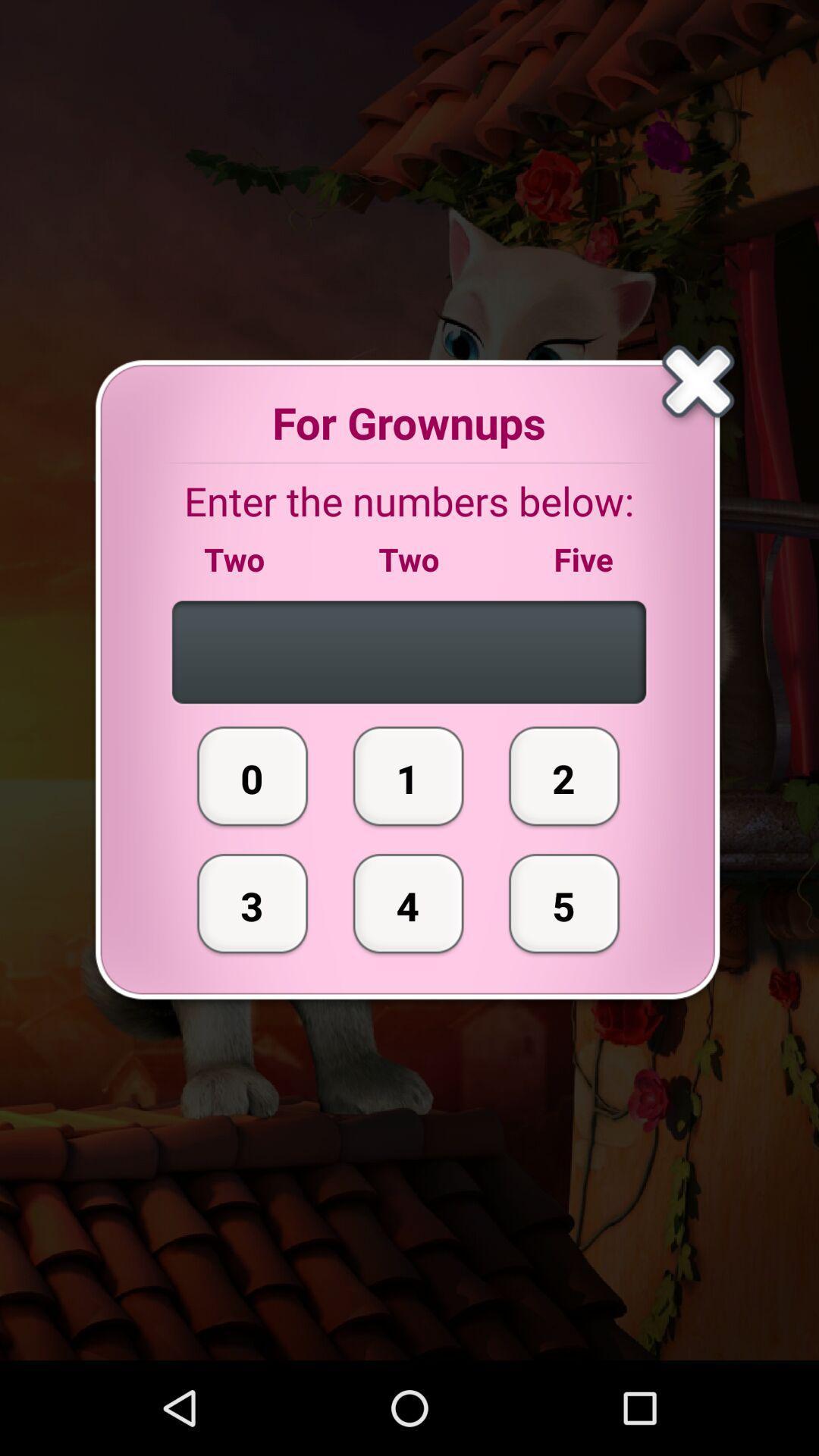 The width and height of the screenshot is (819, 1456). What do you see at coordinates (564, 776) in the screenshot?
I see `the 2 item` at bounding box center [564, 776].